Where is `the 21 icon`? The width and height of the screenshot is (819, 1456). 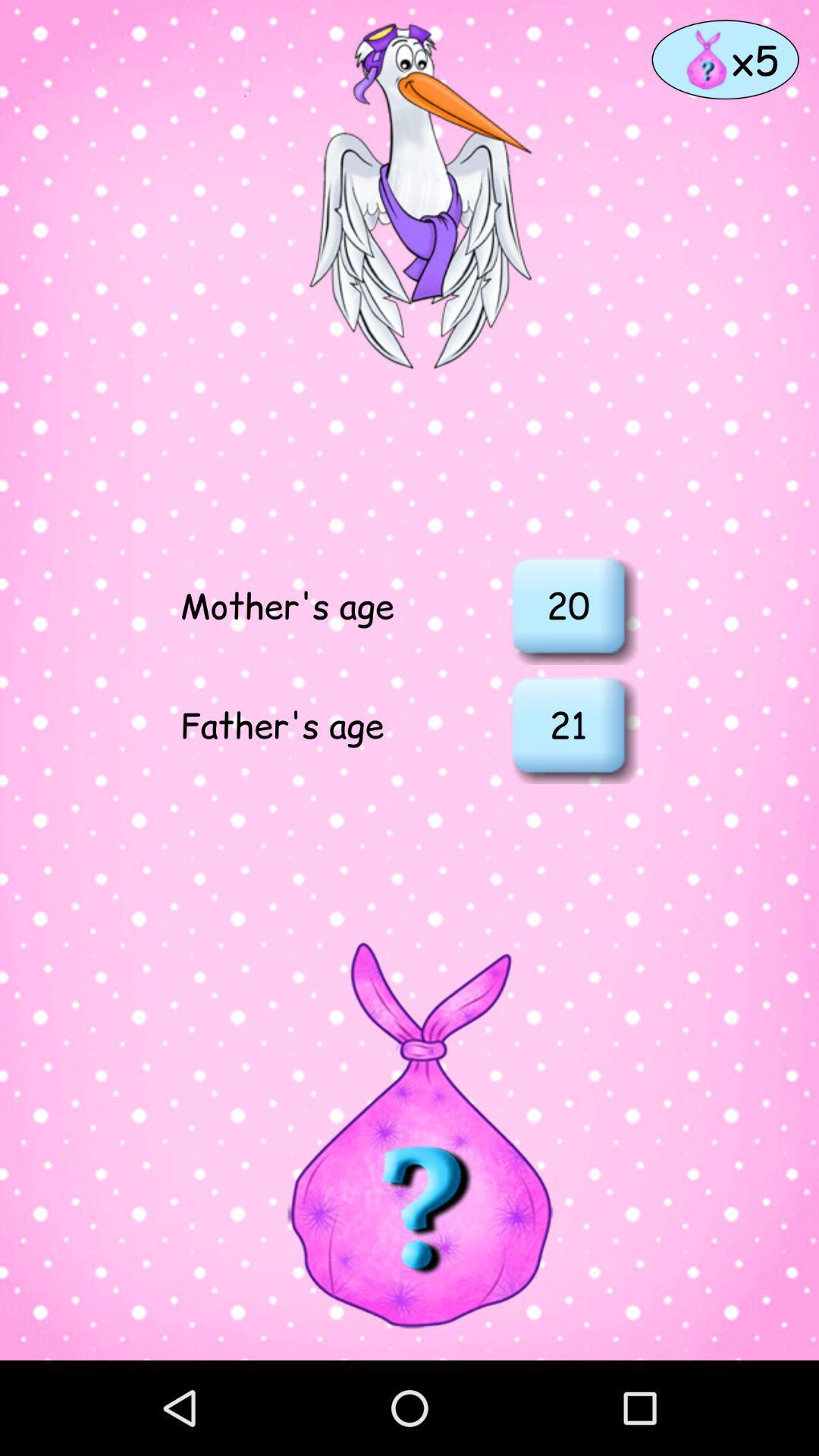
the 21 icon is located at coordinates (568, 723).